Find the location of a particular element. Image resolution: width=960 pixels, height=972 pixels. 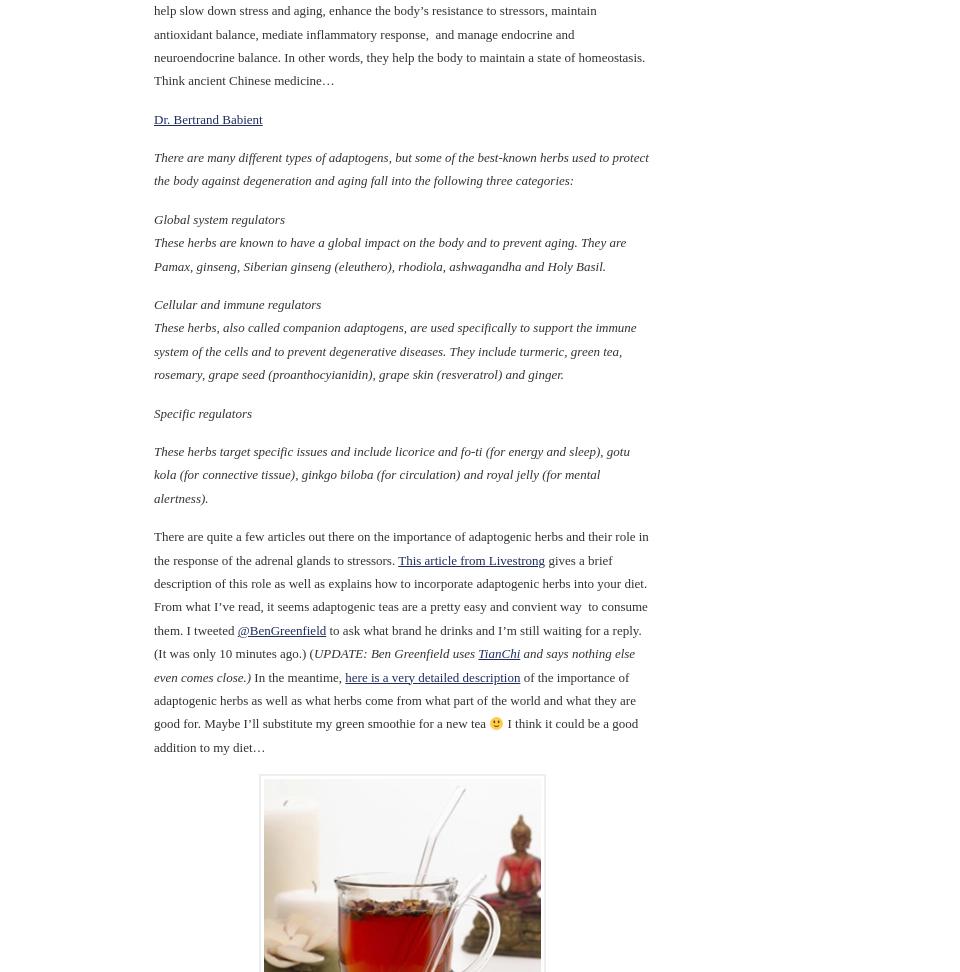

'I think it could be a good addition to my diet…' is located at coordinates (395, 735).